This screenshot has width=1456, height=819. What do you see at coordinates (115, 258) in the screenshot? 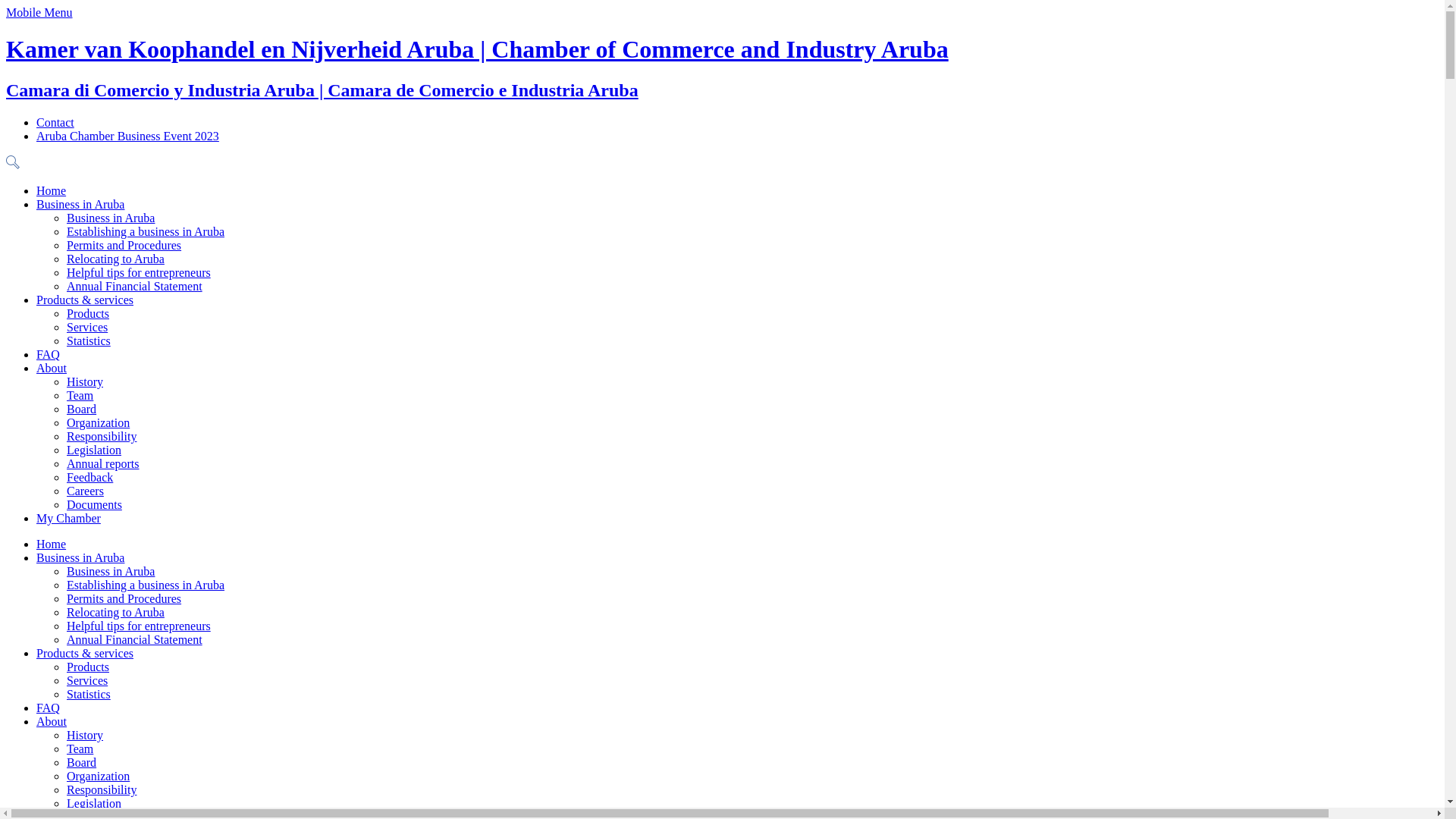
I see `'Relocating to Aruba'` at bounding box center [115, 258].